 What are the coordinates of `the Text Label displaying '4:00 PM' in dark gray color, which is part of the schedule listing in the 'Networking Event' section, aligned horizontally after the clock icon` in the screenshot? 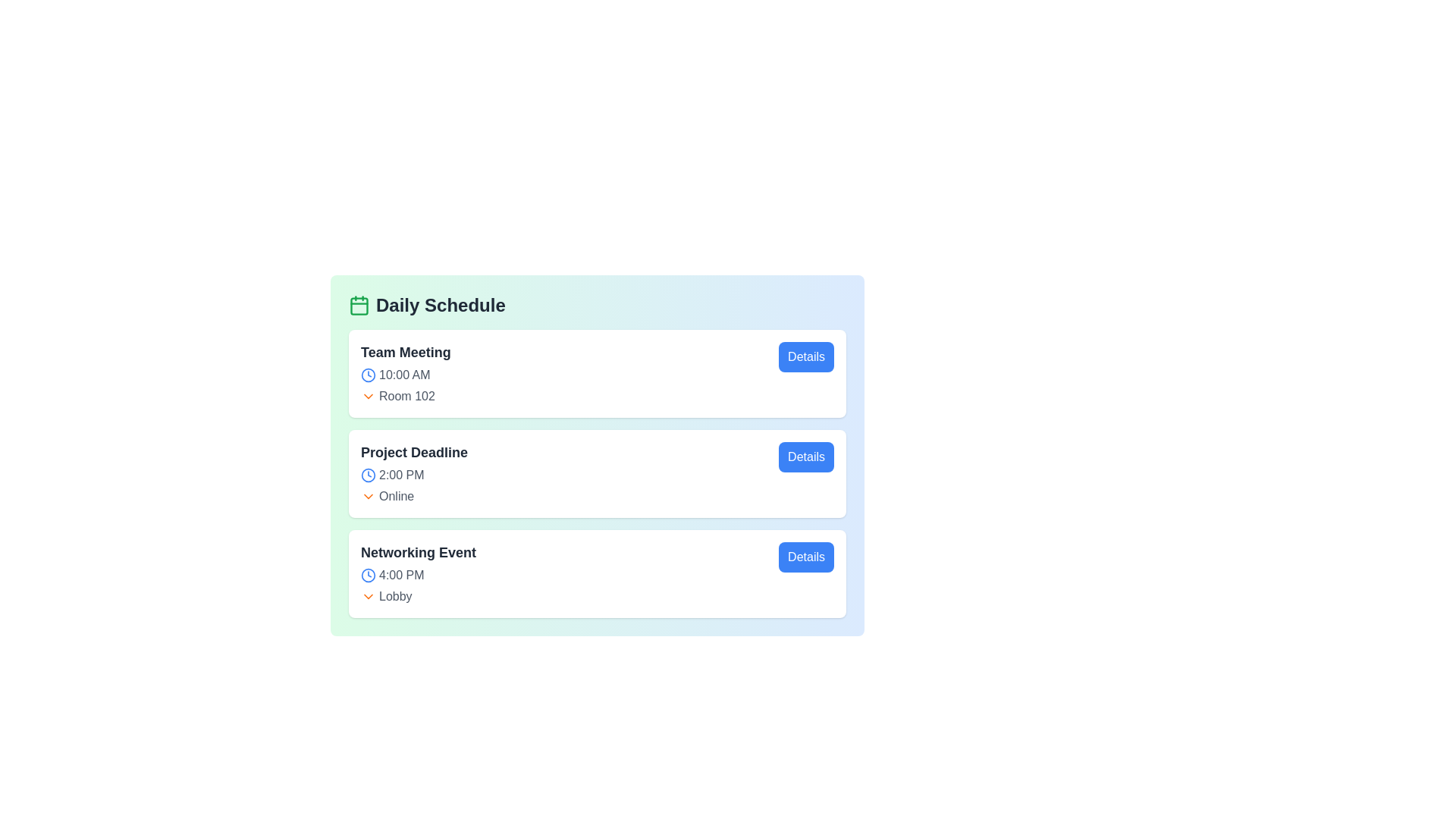 It's located at (401, 576).